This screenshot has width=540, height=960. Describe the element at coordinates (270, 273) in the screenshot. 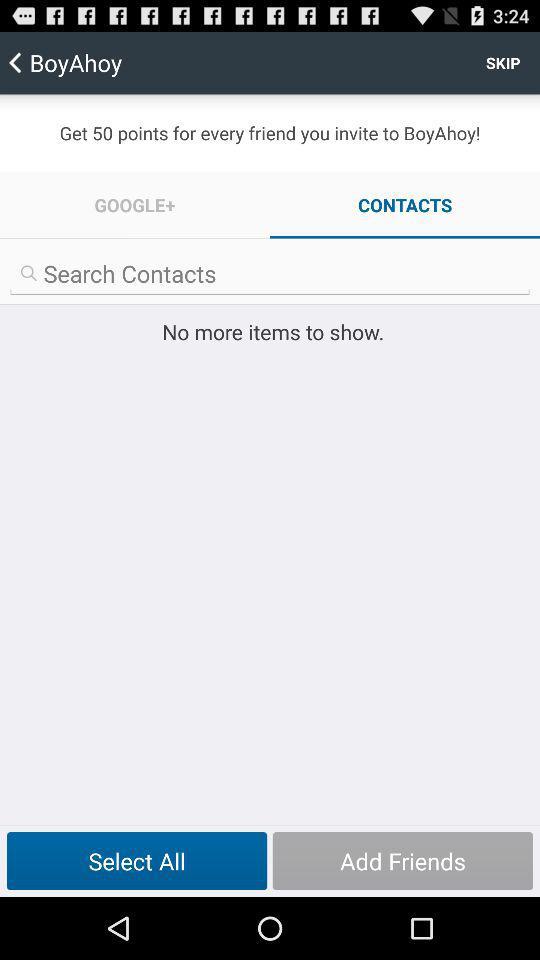

I see `search contacts` at that location.